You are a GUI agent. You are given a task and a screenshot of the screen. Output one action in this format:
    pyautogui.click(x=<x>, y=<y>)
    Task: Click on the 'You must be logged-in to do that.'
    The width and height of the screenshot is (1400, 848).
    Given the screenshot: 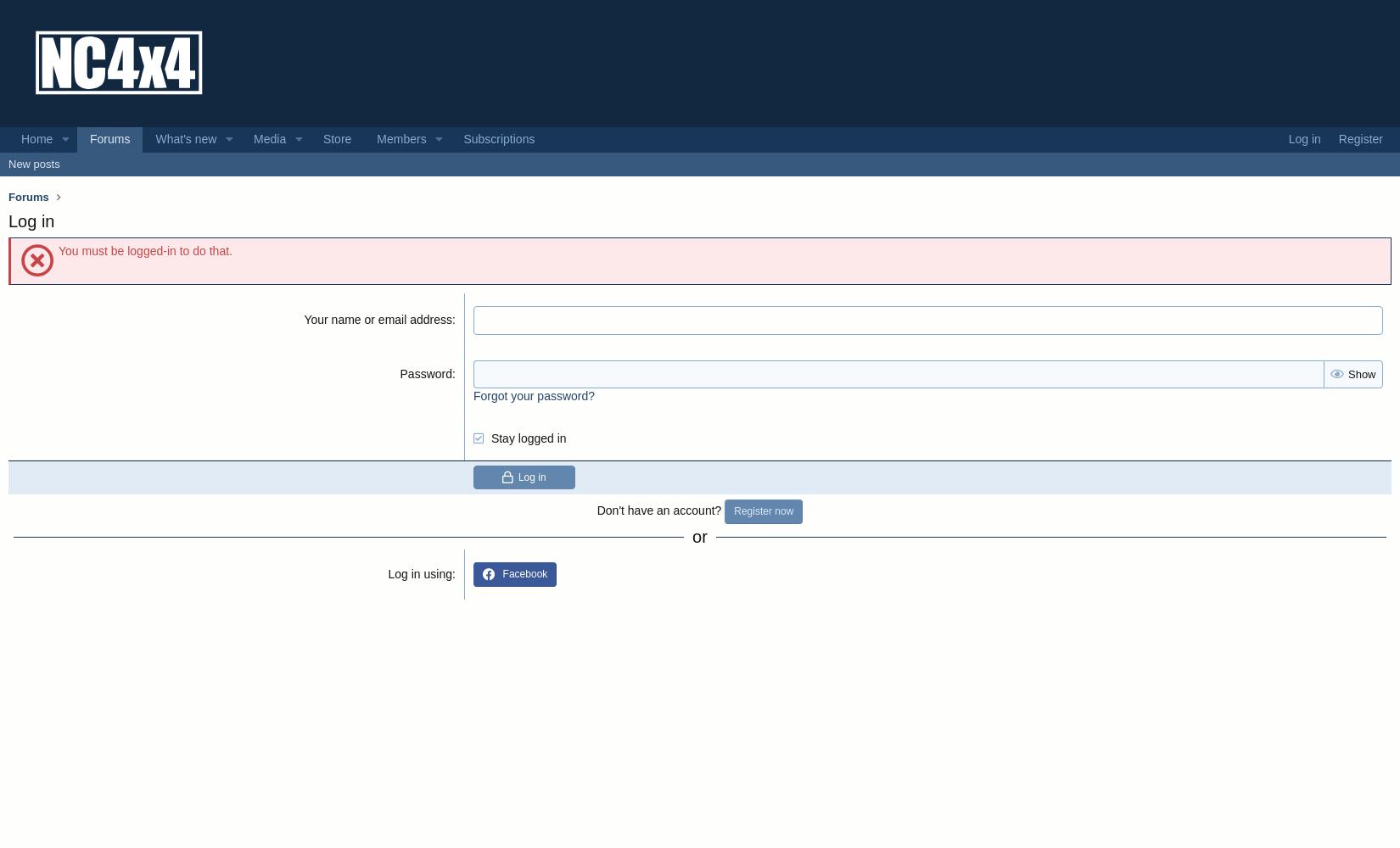 What is the action you would take?
    pyautogui.click(x=144, y=251)
    